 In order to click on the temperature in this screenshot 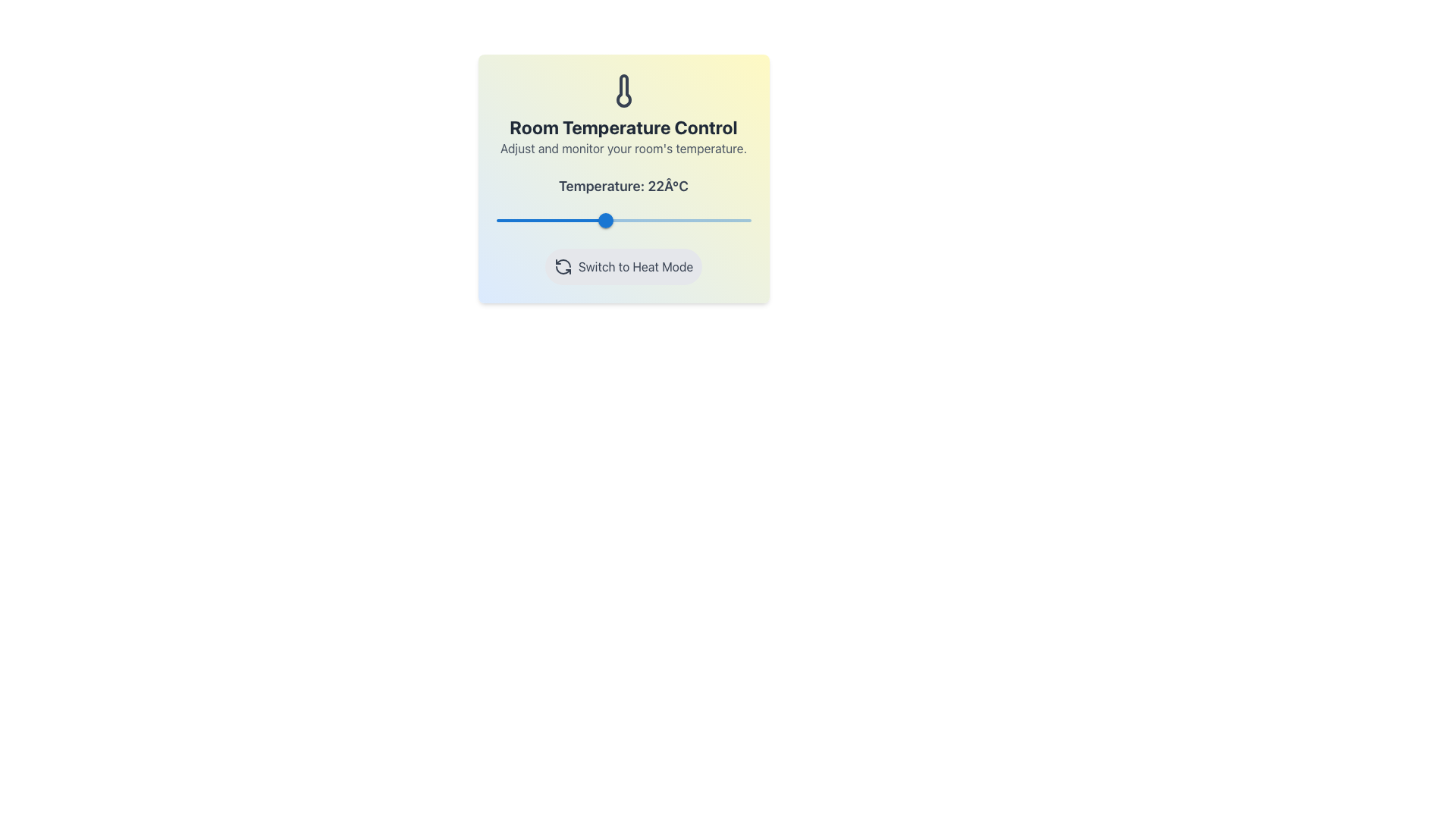, I will do `click(608, 220)`.